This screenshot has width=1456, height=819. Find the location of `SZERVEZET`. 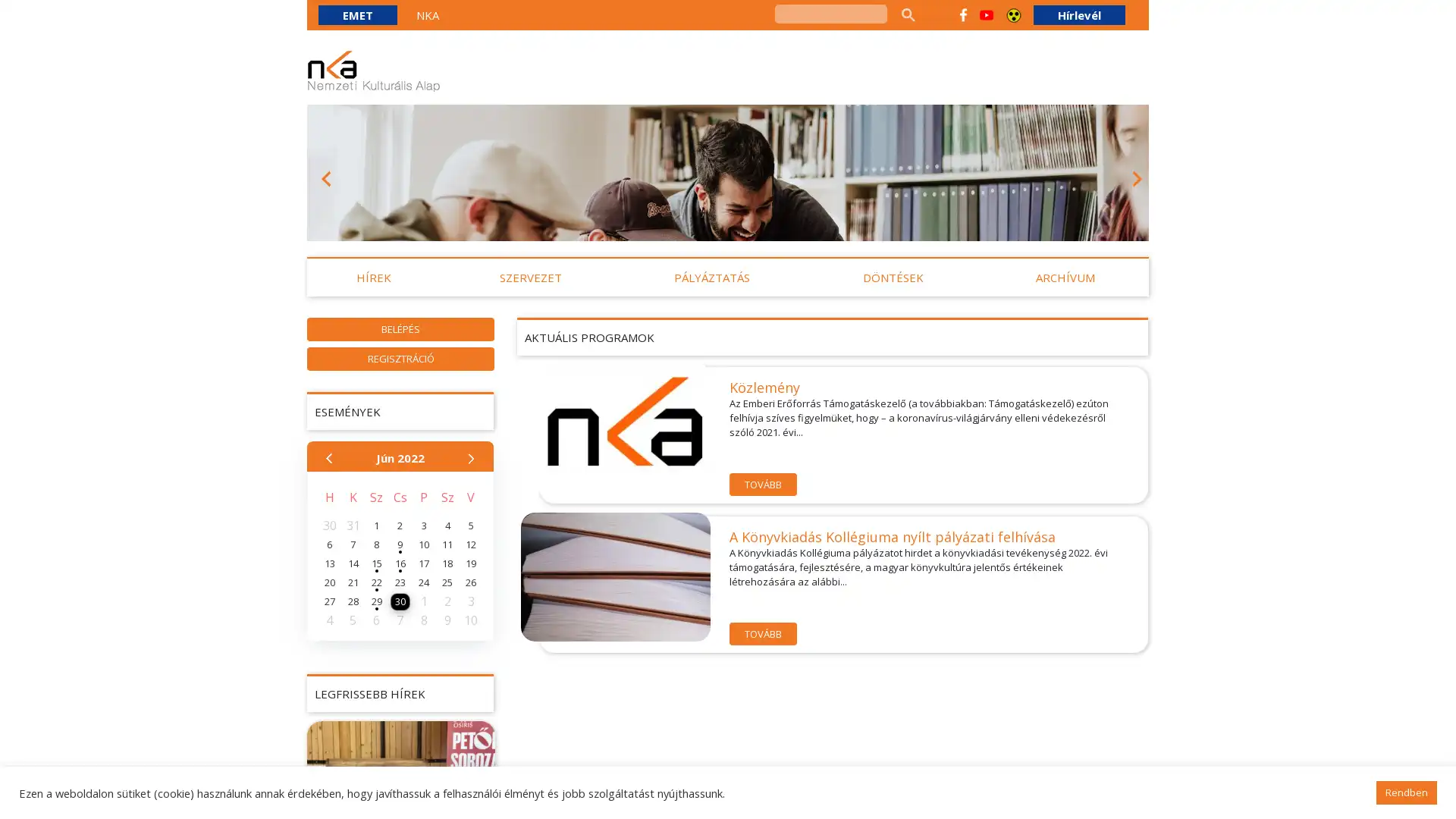

SZERVEZET is located at coordinates (530, 278).